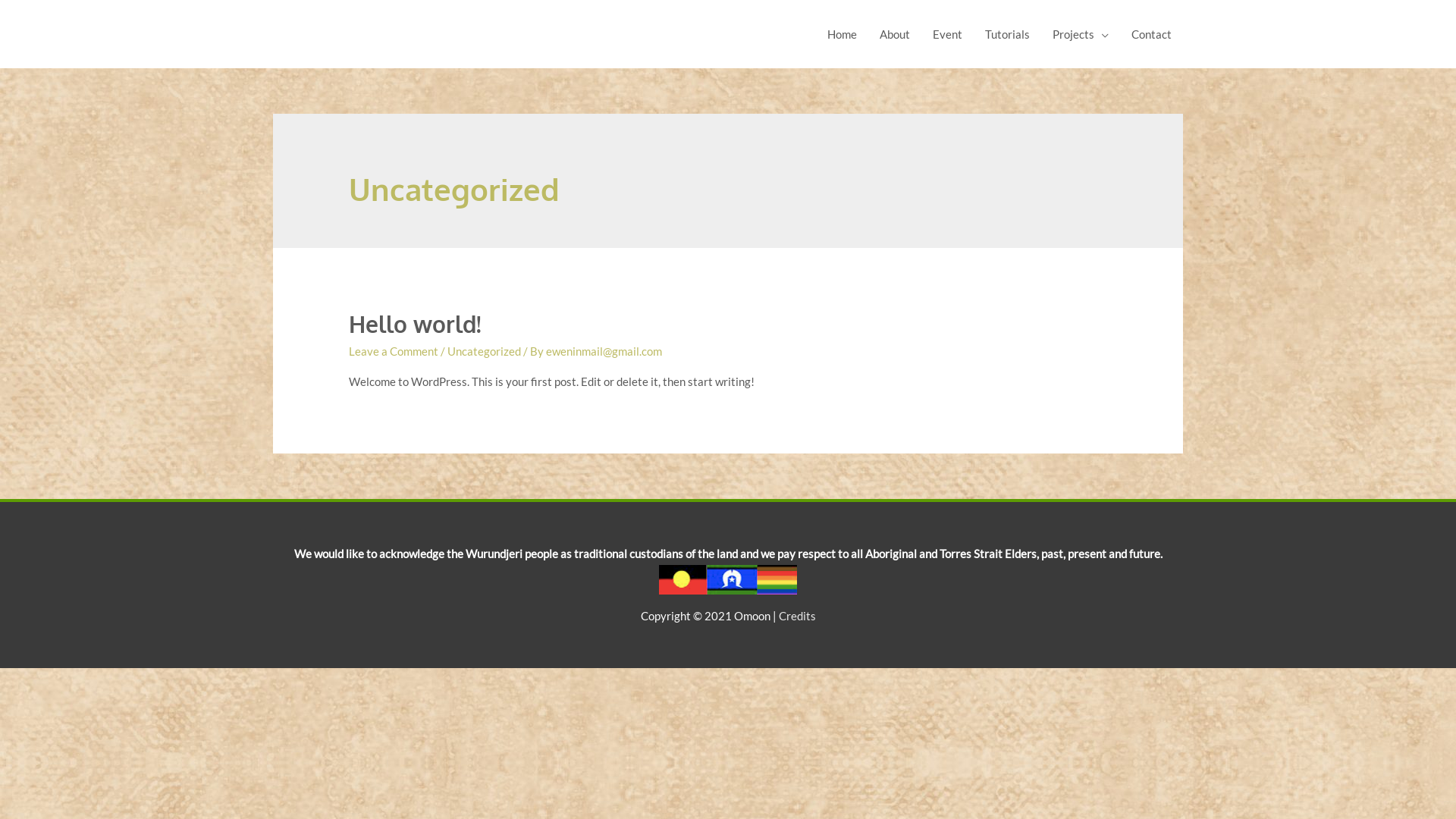  What do you see at coordinates (603, 350) in the screenshot?
I see `'eweninmail@gmail.com'` at bounding box center [603, 350].